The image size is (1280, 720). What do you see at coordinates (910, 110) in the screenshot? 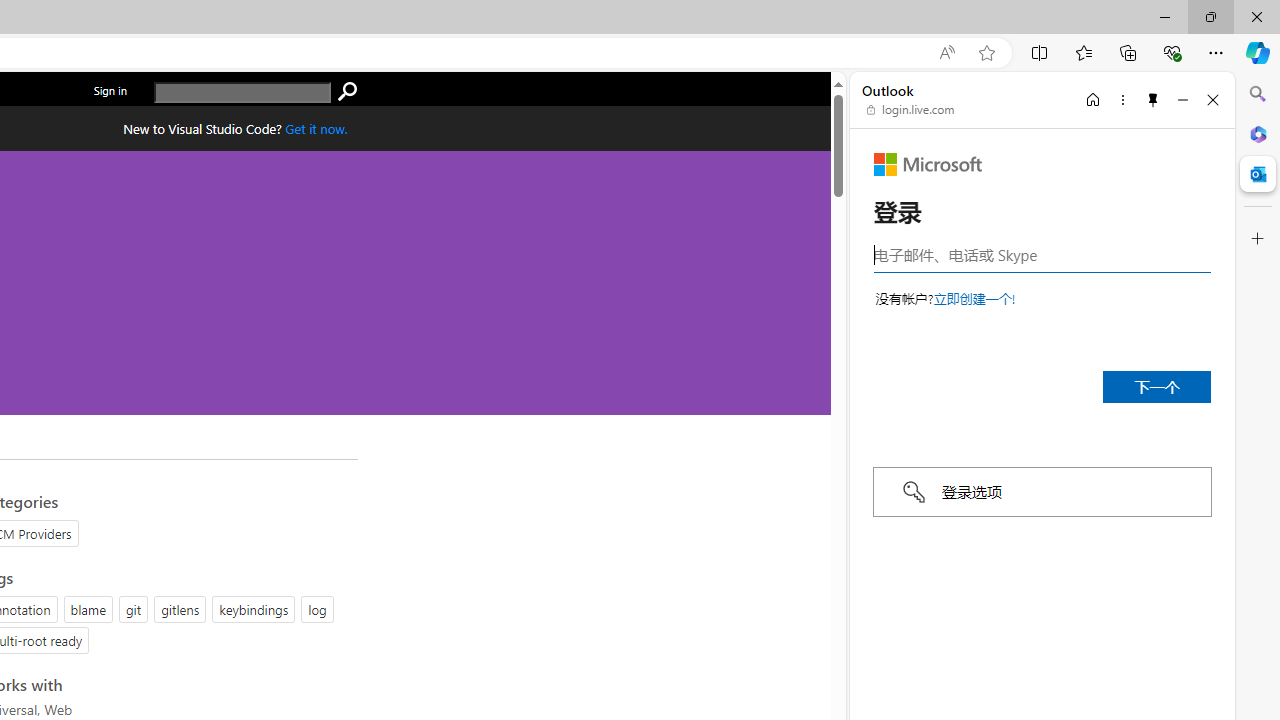
I see `'login.live.com'` at bounding box center [910, 110].